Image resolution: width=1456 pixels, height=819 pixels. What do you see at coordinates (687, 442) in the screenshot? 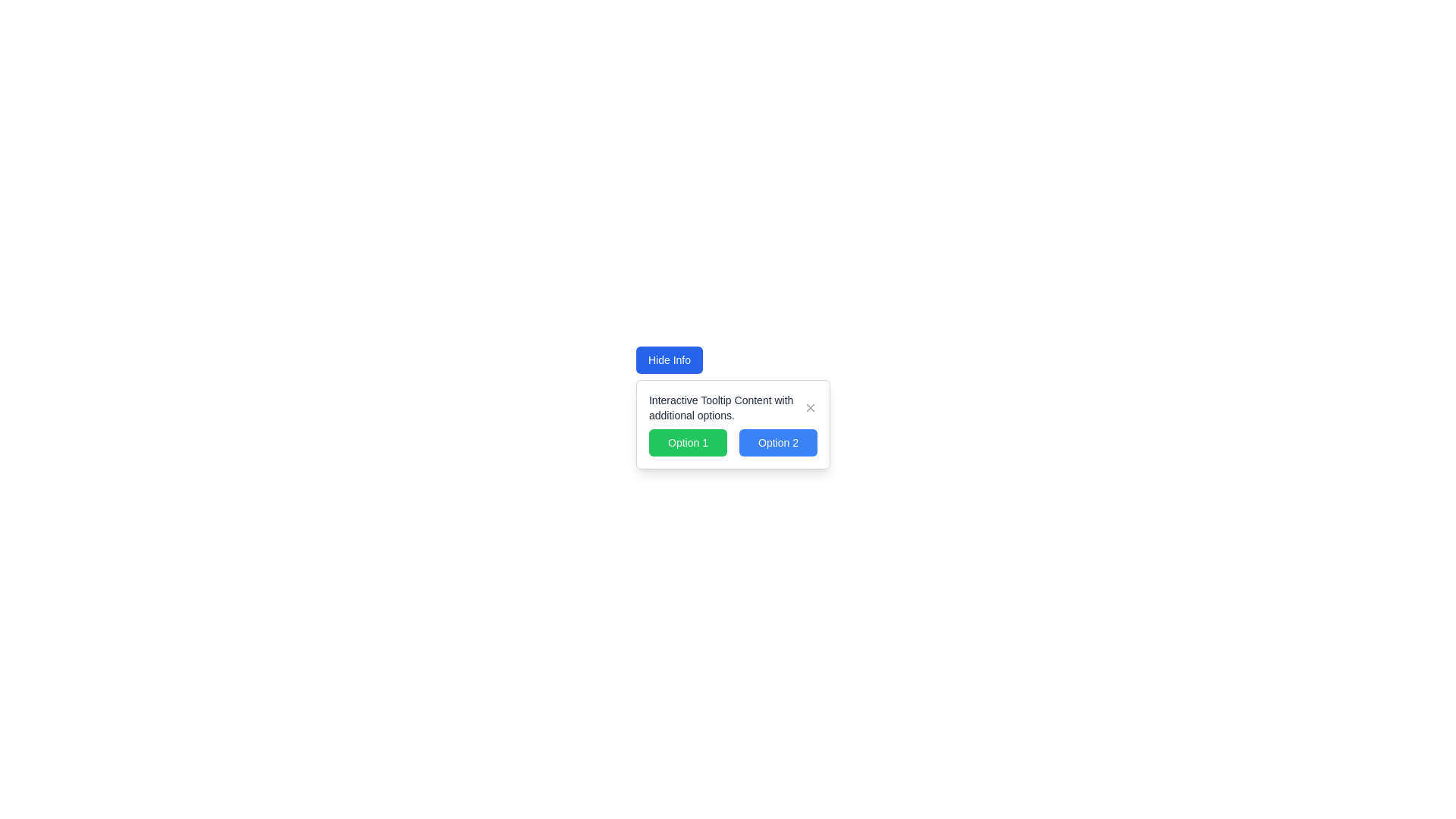
I see `the interactive choice button for 'Option 1'` at bounding box center [687, 442].